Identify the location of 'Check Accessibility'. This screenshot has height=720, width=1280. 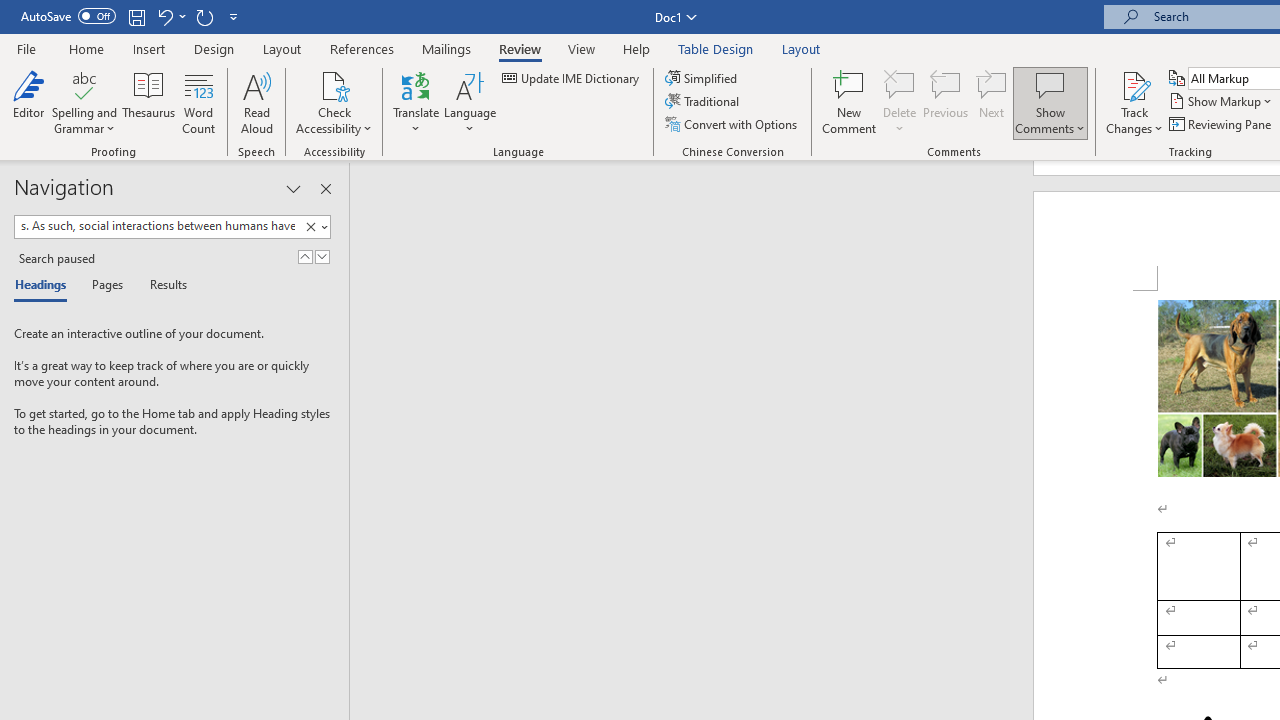
(334, 103).